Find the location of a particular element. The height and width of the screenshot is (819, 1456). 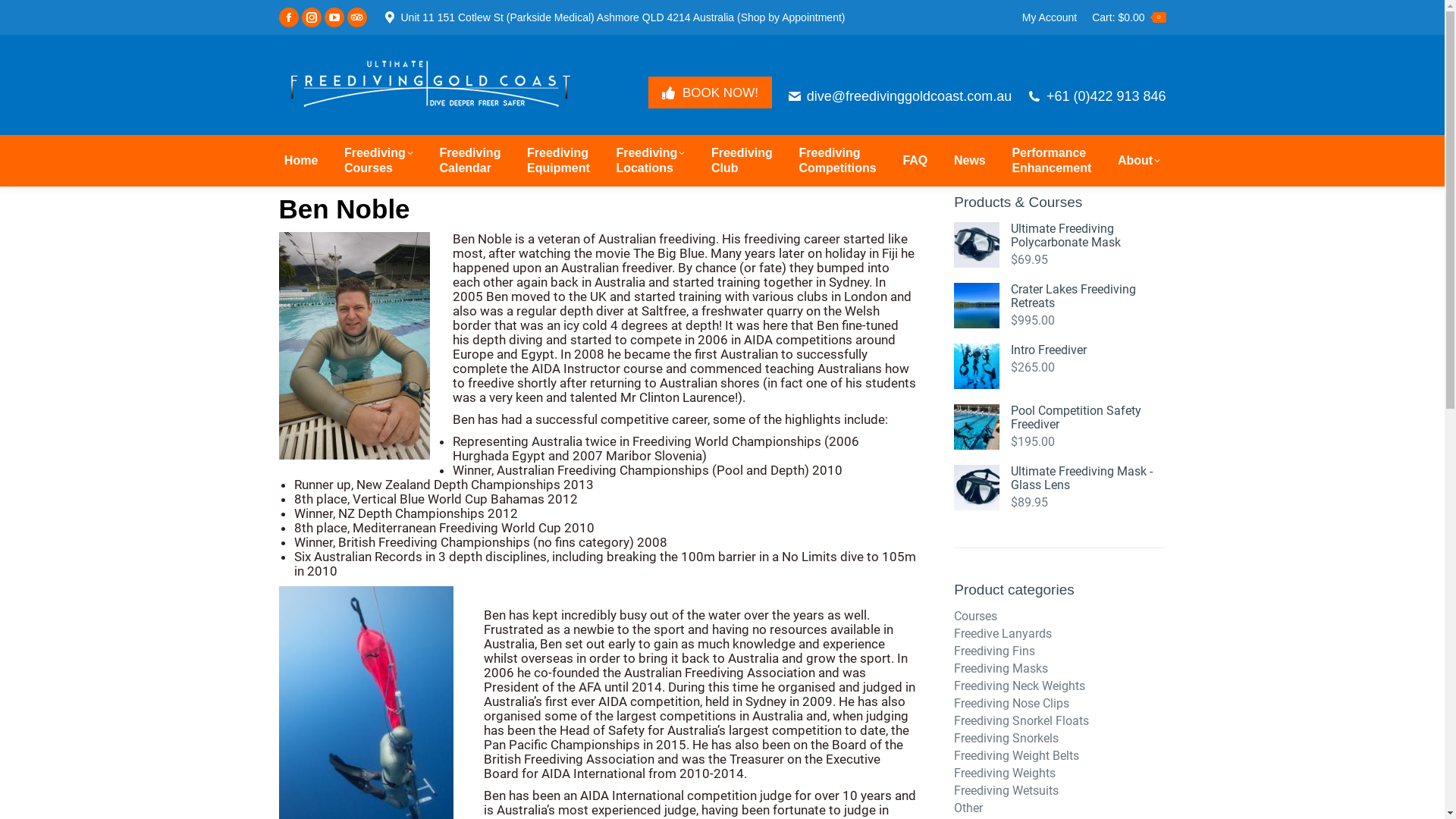

'Cart: is located at coordinates (1128, 17).